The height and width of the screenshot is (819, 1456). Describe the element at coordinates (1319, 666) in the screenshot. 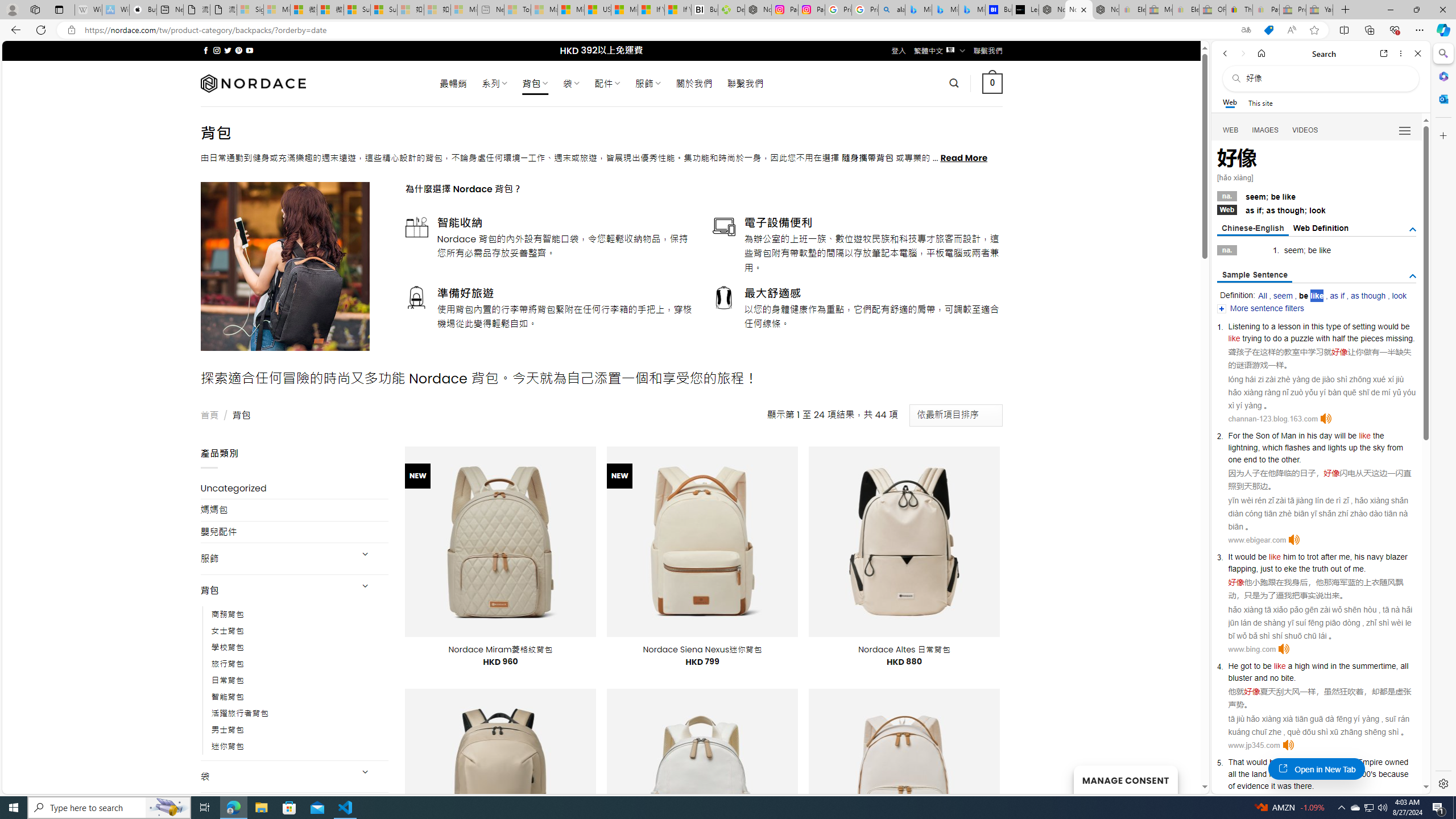

I see `'wind'` at that location.